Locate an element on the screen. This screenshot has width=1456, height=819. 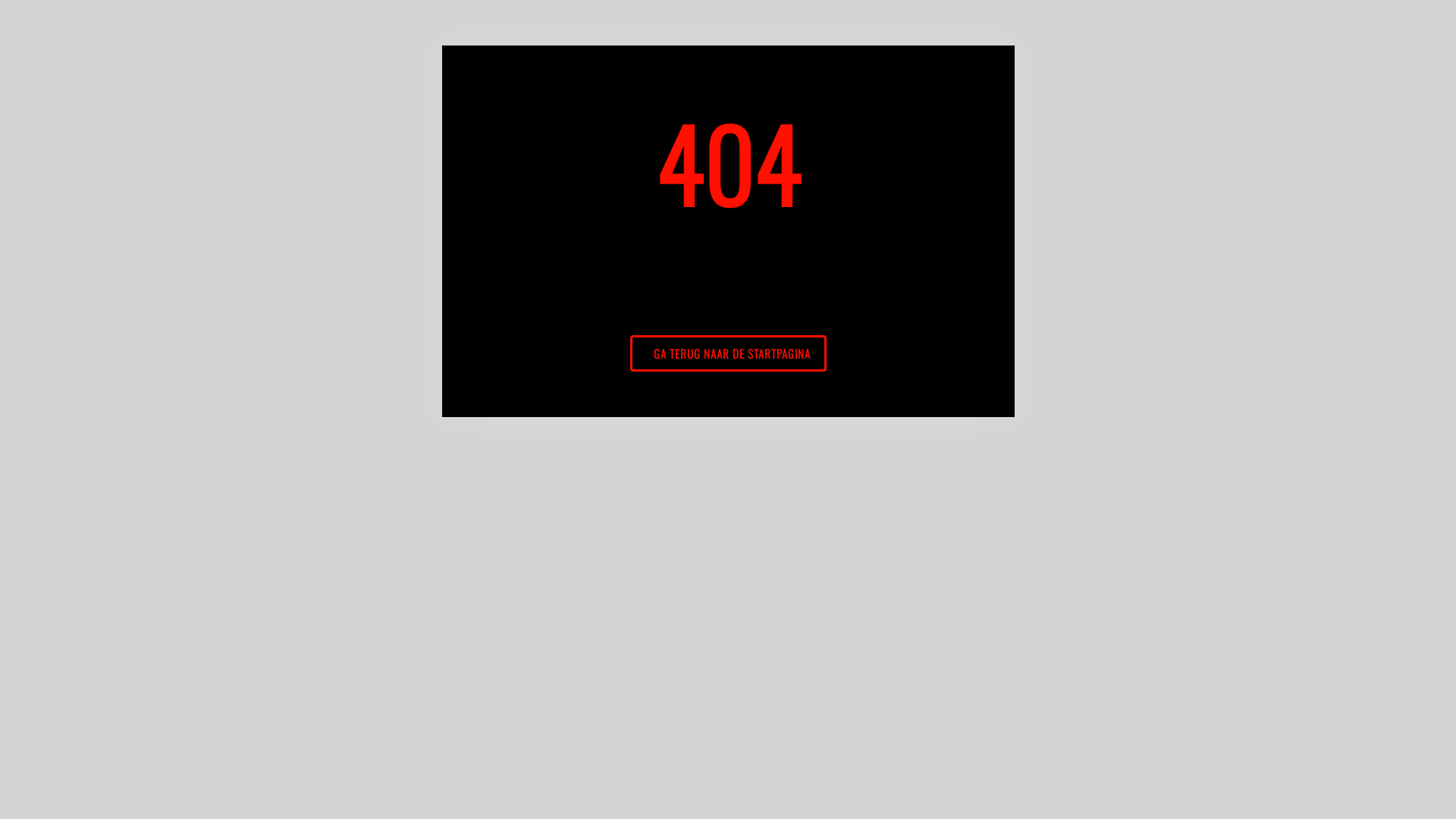
'GA TERUG NAAR DE STARTPAGINA' is located at coordinates (726, 353).